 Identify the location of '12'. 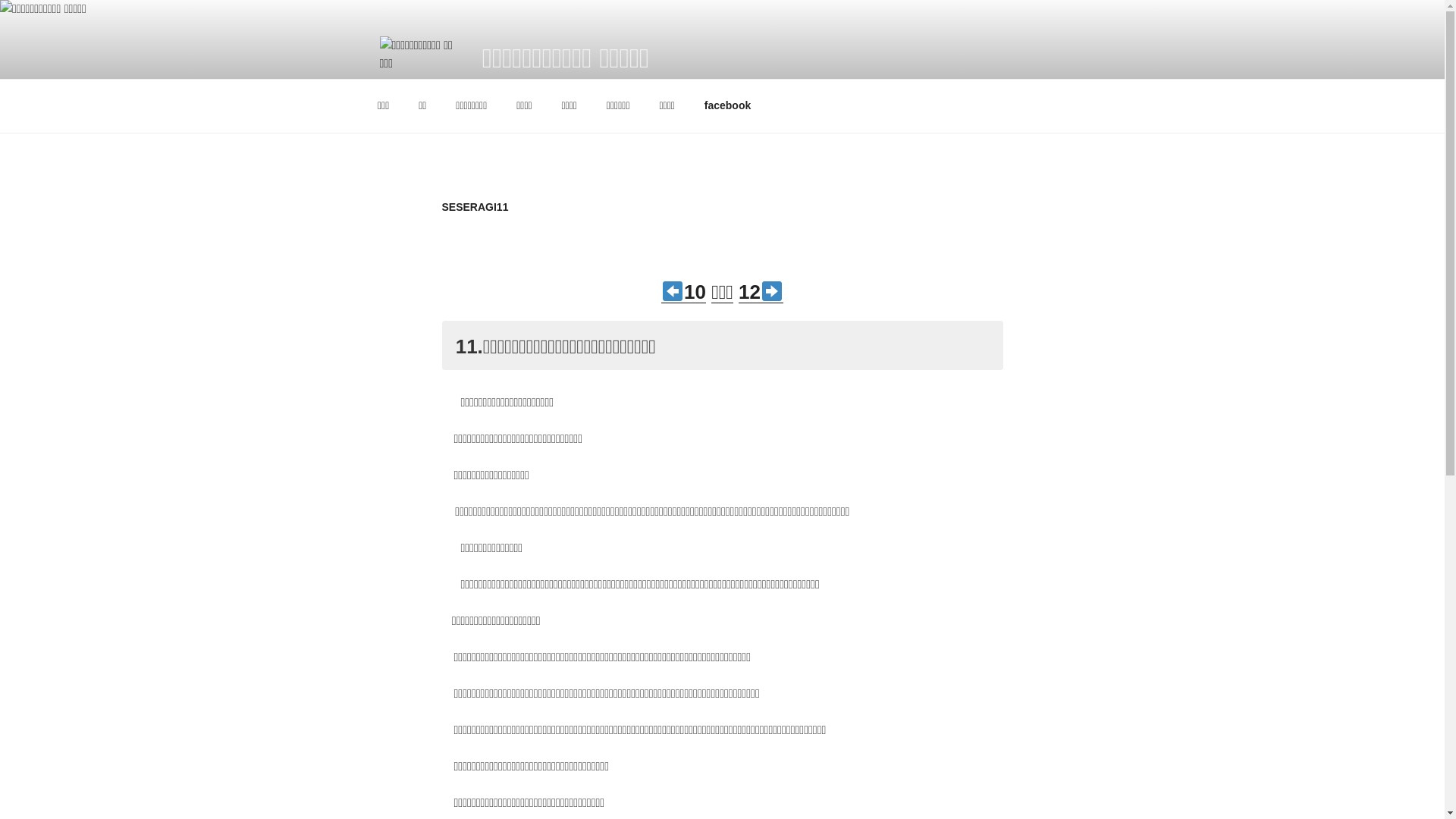
(761, 292).